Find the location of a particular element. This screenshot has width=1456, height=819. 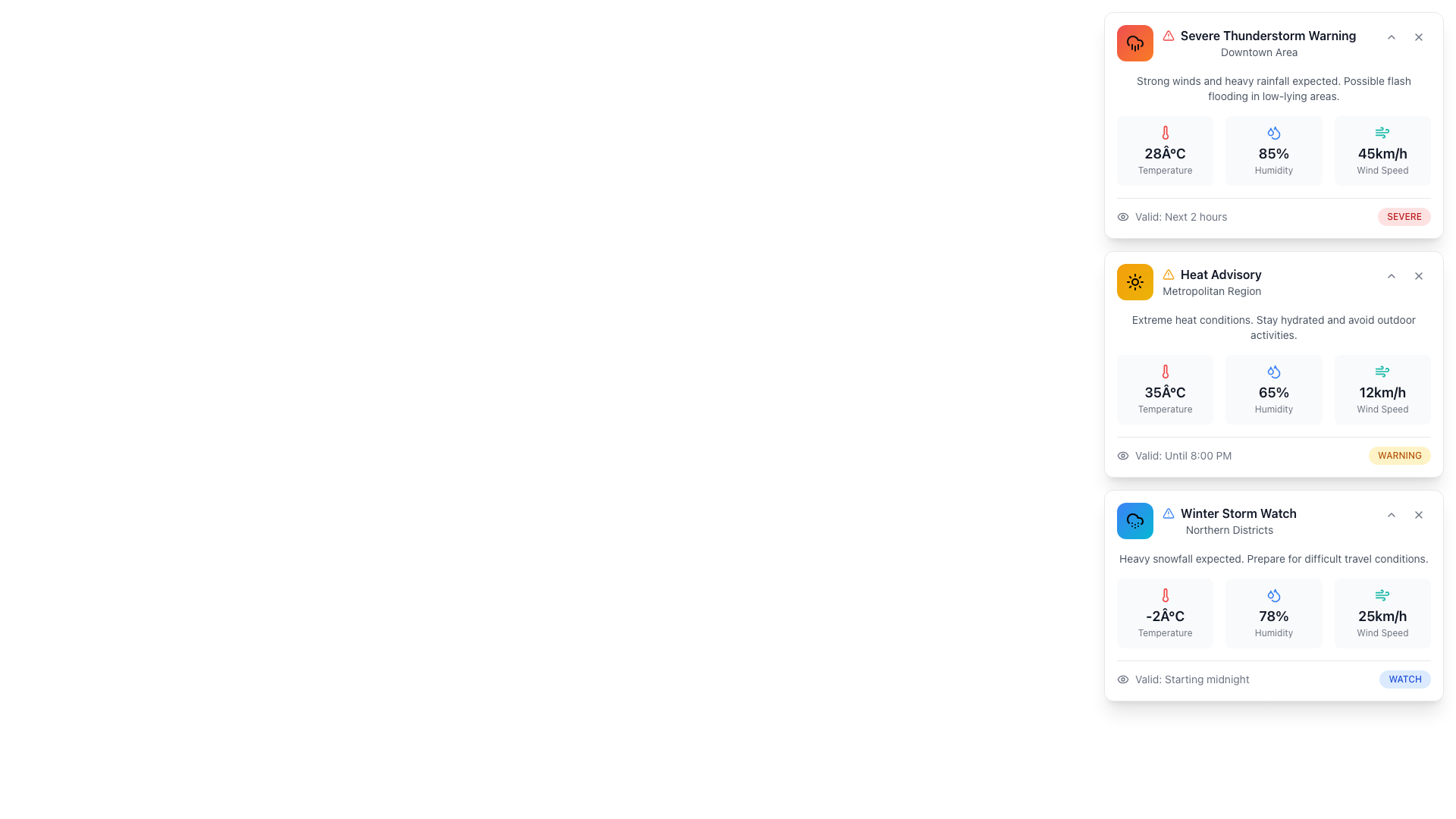

the text label that describes the temperature value displayed above it, which is positioned within a weather information card, below the temperature indicator (28°C) and to the left of humidity and wind speed metrics is located at coordinates (1164, 170).